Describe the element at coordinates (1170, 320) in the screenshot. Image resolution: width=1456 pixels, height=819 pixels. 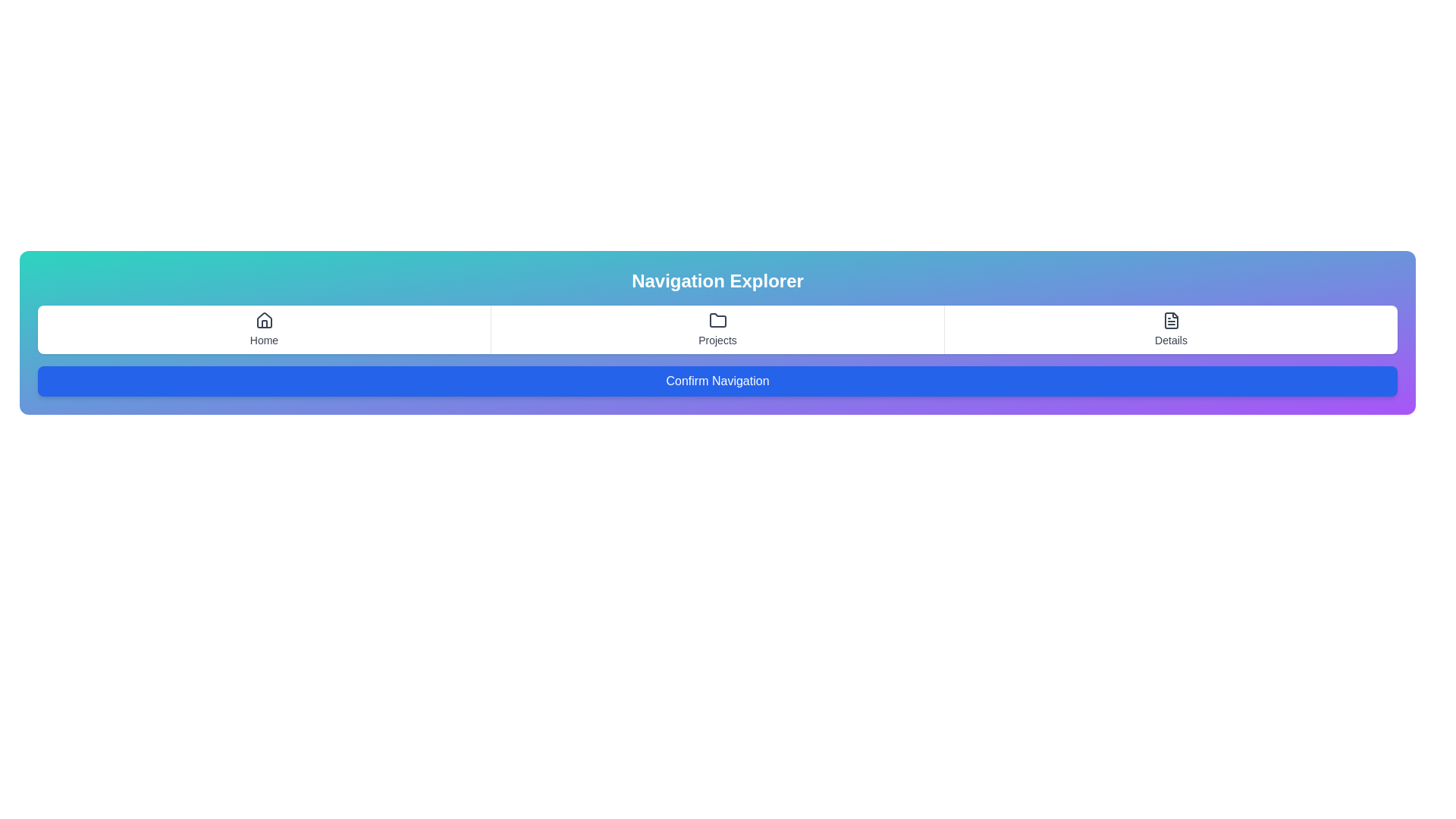
I see `the document icon located in the 'Details' section of the navigation interface, which has a rectangular shape and a folded top-right corner` at that location.